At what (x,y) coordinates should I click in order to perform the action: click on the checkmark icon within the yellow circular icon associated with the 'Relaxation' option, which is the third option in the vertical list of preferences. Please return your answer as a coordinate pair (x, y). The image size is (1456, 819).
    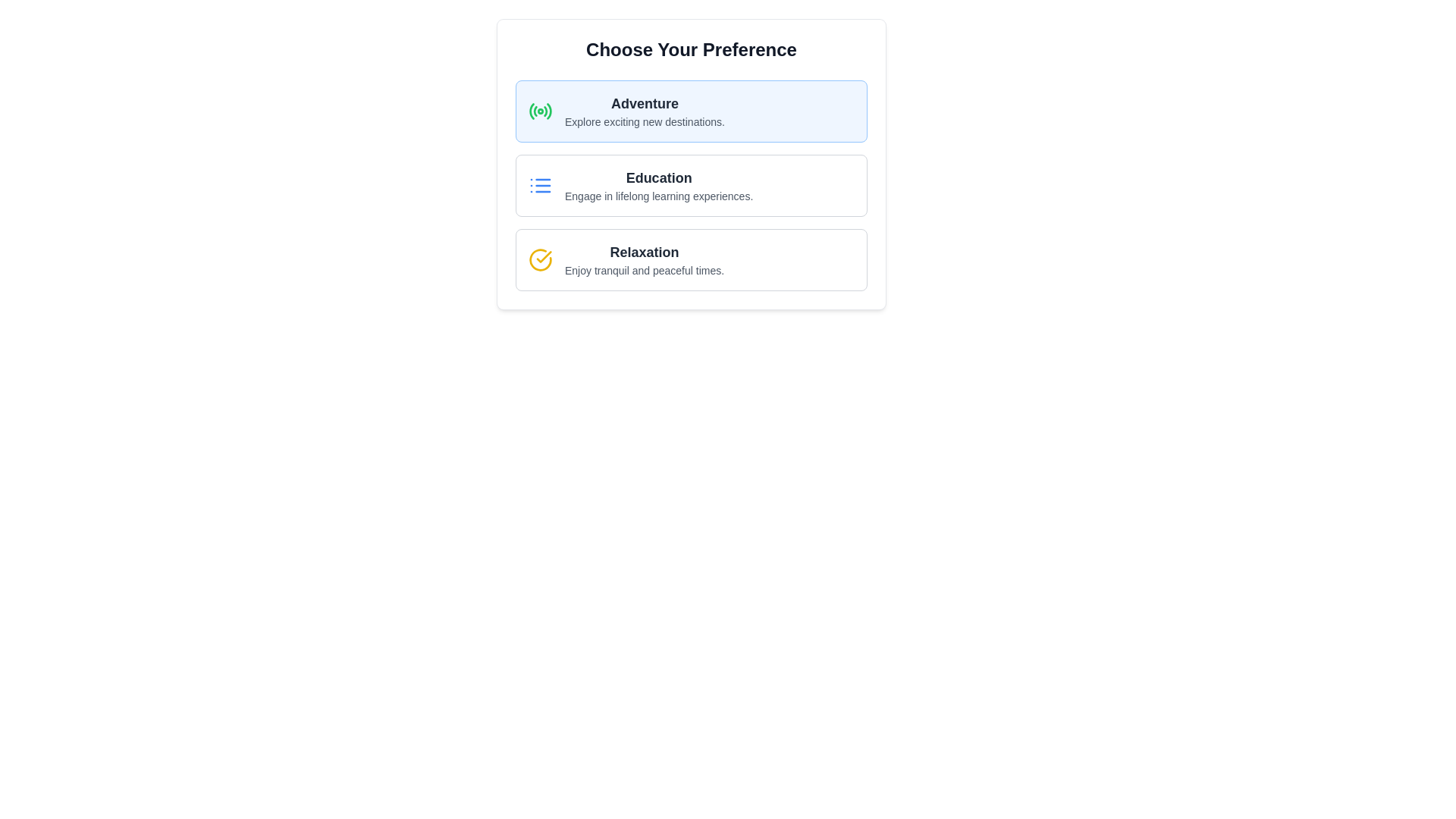
    Looking at the image, I should click on (544, 256).